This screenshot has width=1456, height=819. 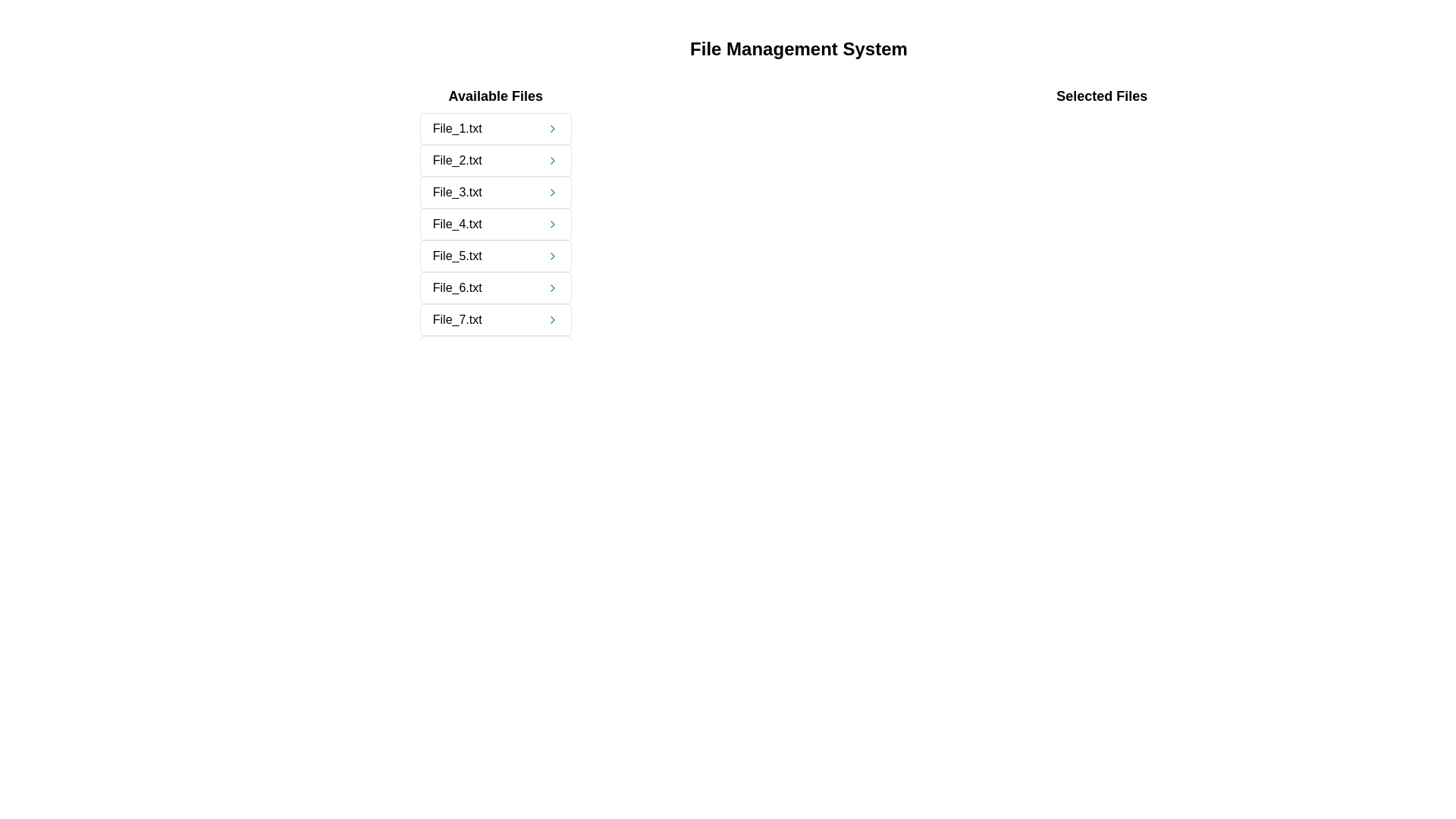 I want to click on the static text element labeled 'Available Files', which is bold and large-sized, positioned at the top of the file list, so click(x=495, y=96).